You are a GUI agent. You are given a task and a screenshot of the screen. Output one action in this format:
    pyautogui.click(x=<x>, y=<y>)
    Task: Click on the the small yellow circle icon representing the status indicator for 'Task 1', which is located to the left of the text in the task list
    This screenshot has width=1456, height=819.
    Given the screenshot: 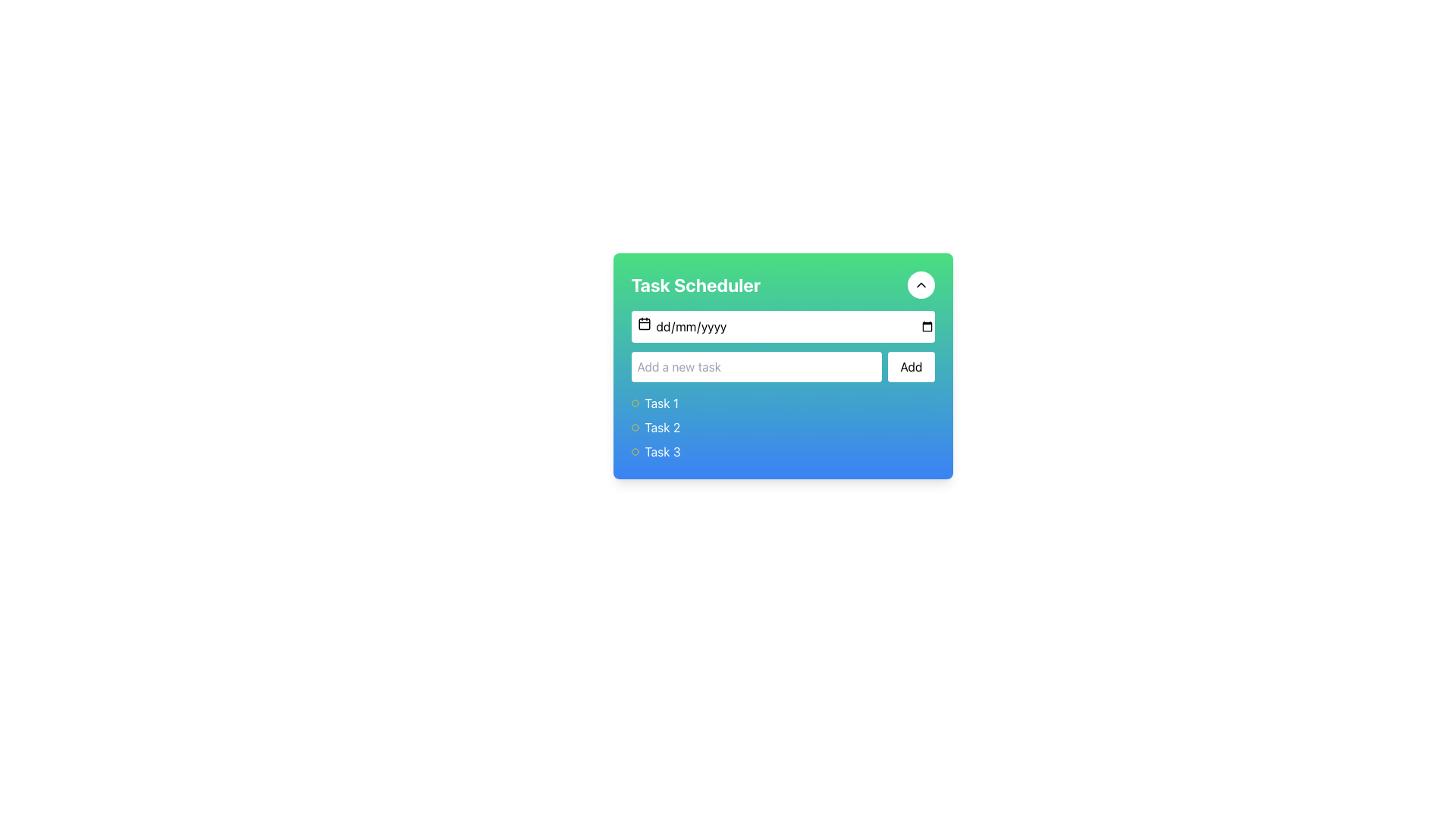 What is the action you would take?
    pyautogui.click(x=635, y=403)
    